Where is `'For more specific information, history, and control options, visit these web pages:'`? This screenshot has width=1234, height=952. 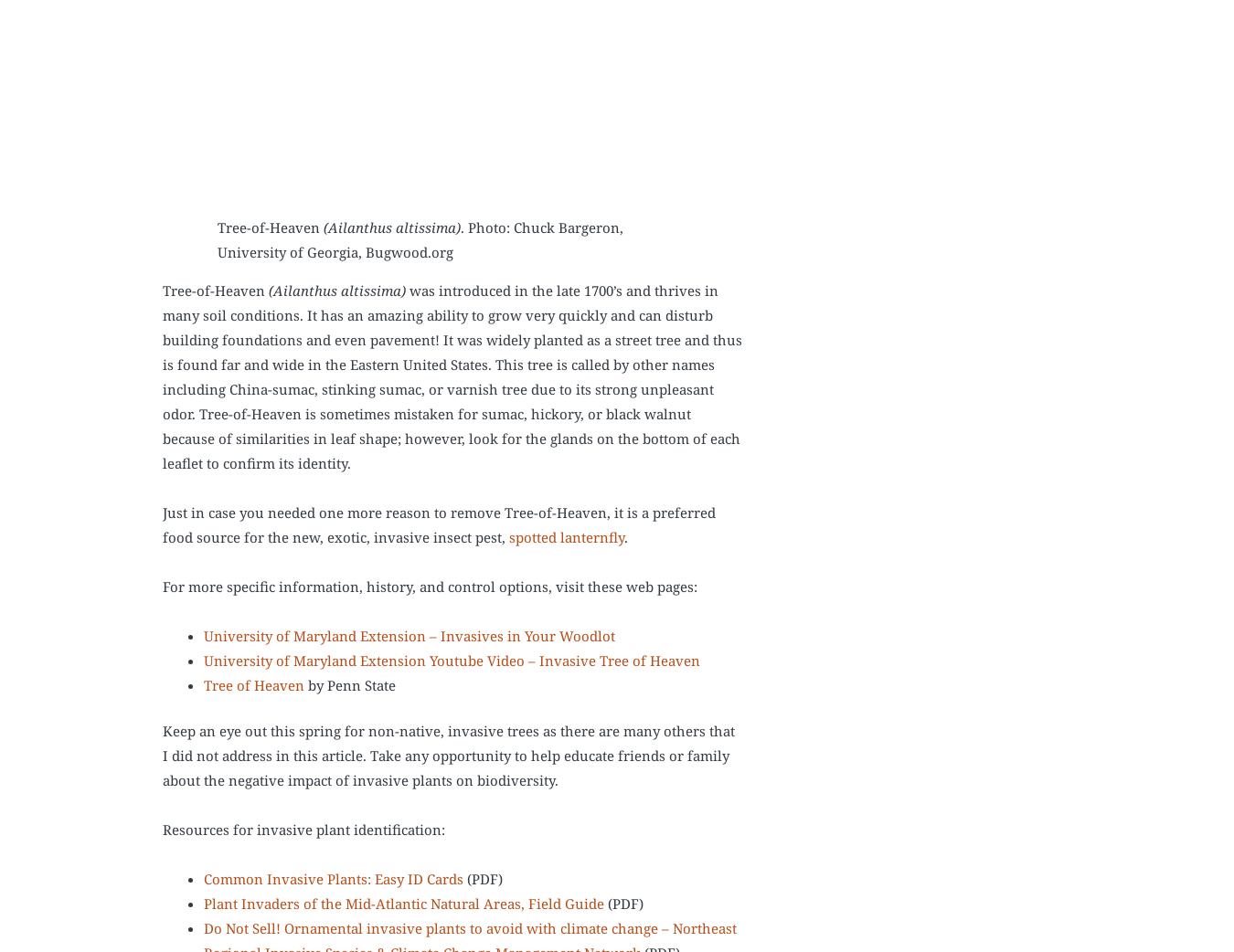 'For more specific information, history, and control options, visit these web pages:' is located at coordinates (429, 587).